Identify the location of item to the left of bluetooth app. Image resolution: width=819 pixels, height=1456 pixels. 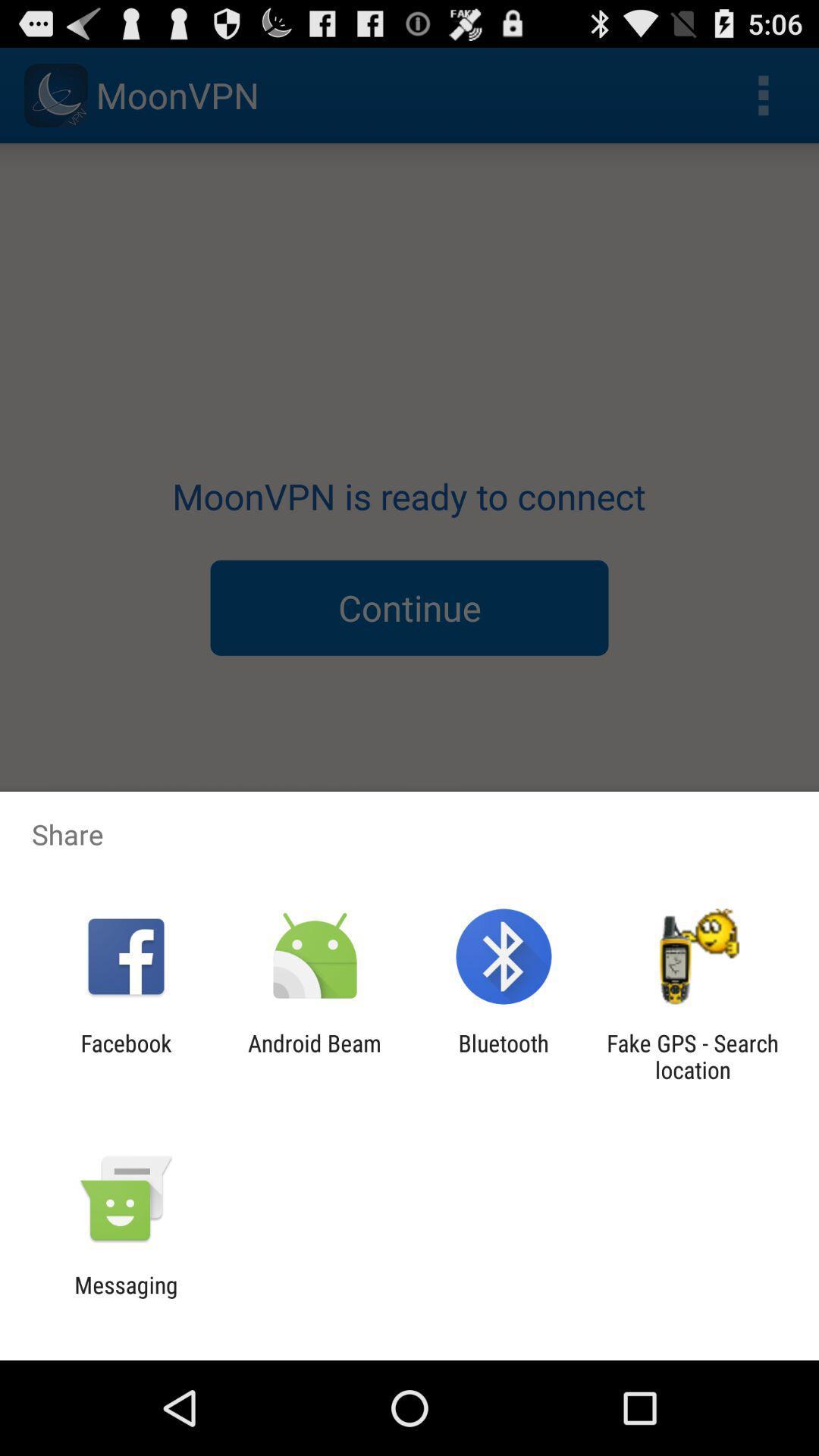
(314, 1056).